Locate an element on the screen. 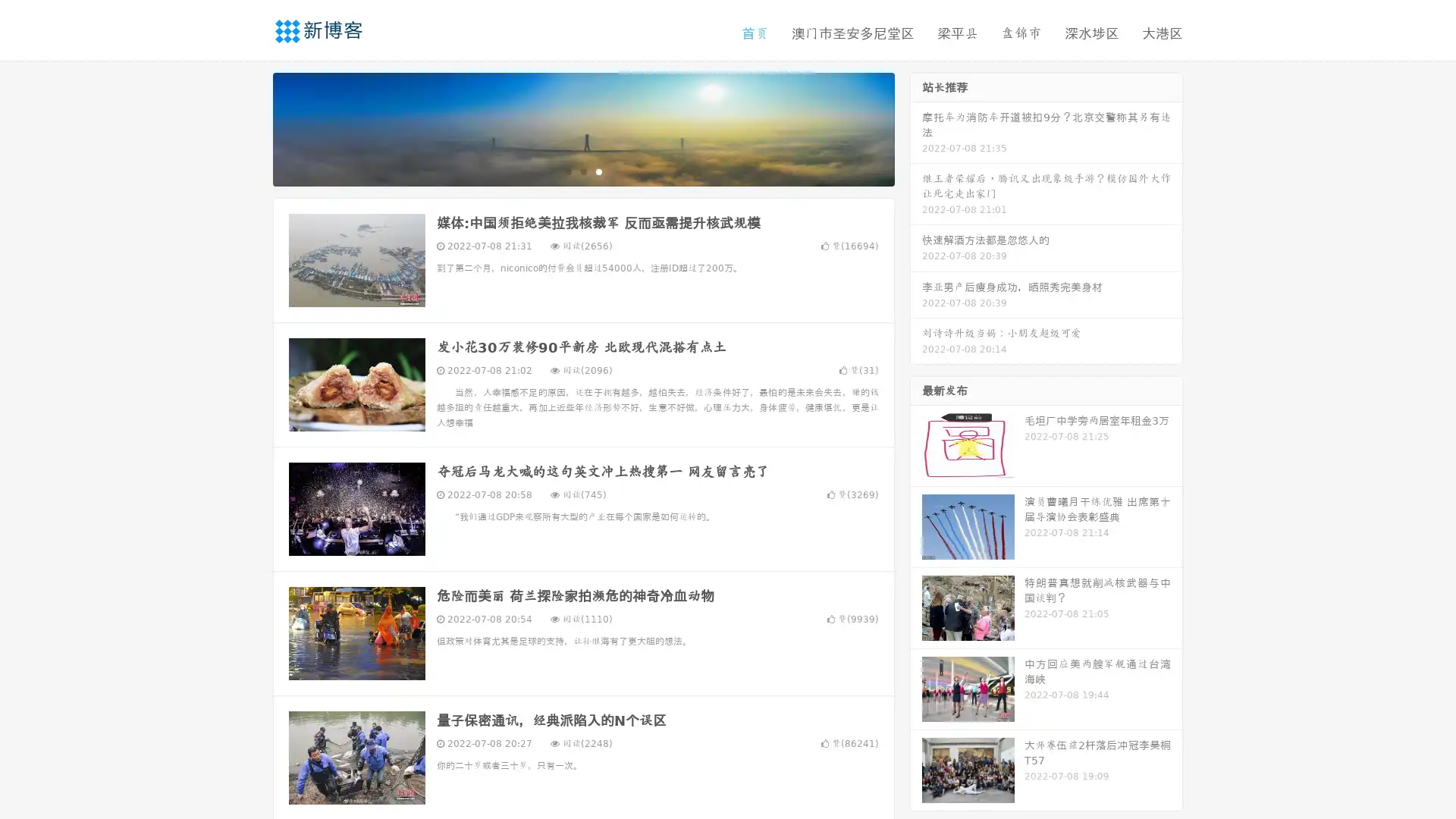 Image resolution: width=1456 pixels, height=819 pixels. Next slide is located at coordinates (916, 127).